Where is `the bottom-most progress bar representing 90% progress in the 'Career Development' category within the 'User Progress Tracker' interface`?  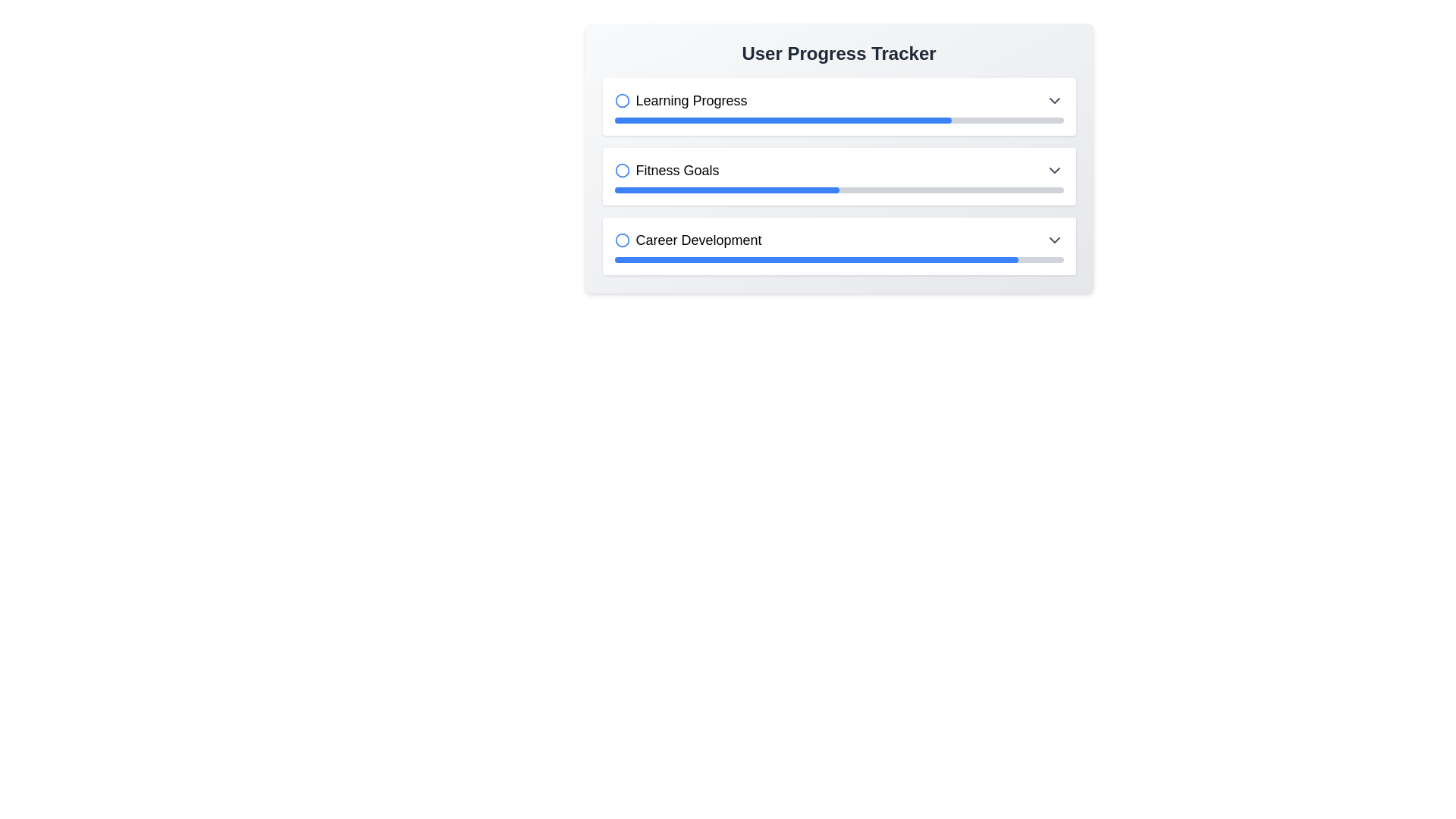 the bottom-most progress bar representing 90% progress in the 'Career Development' category within the 'User Progress Tracker' interface is located at coordinates (815, 259).